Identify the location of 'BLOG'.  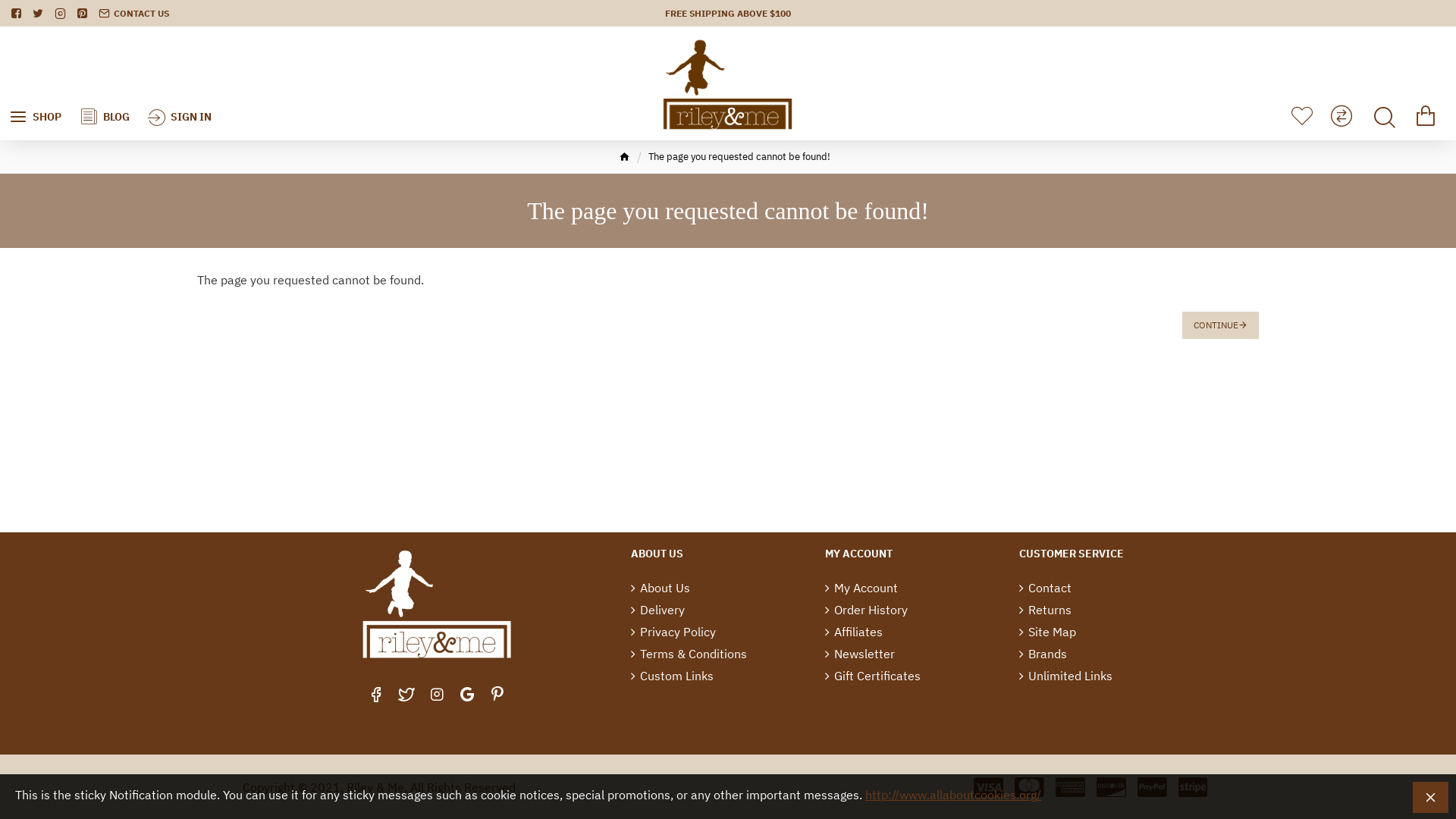
(69, 83).